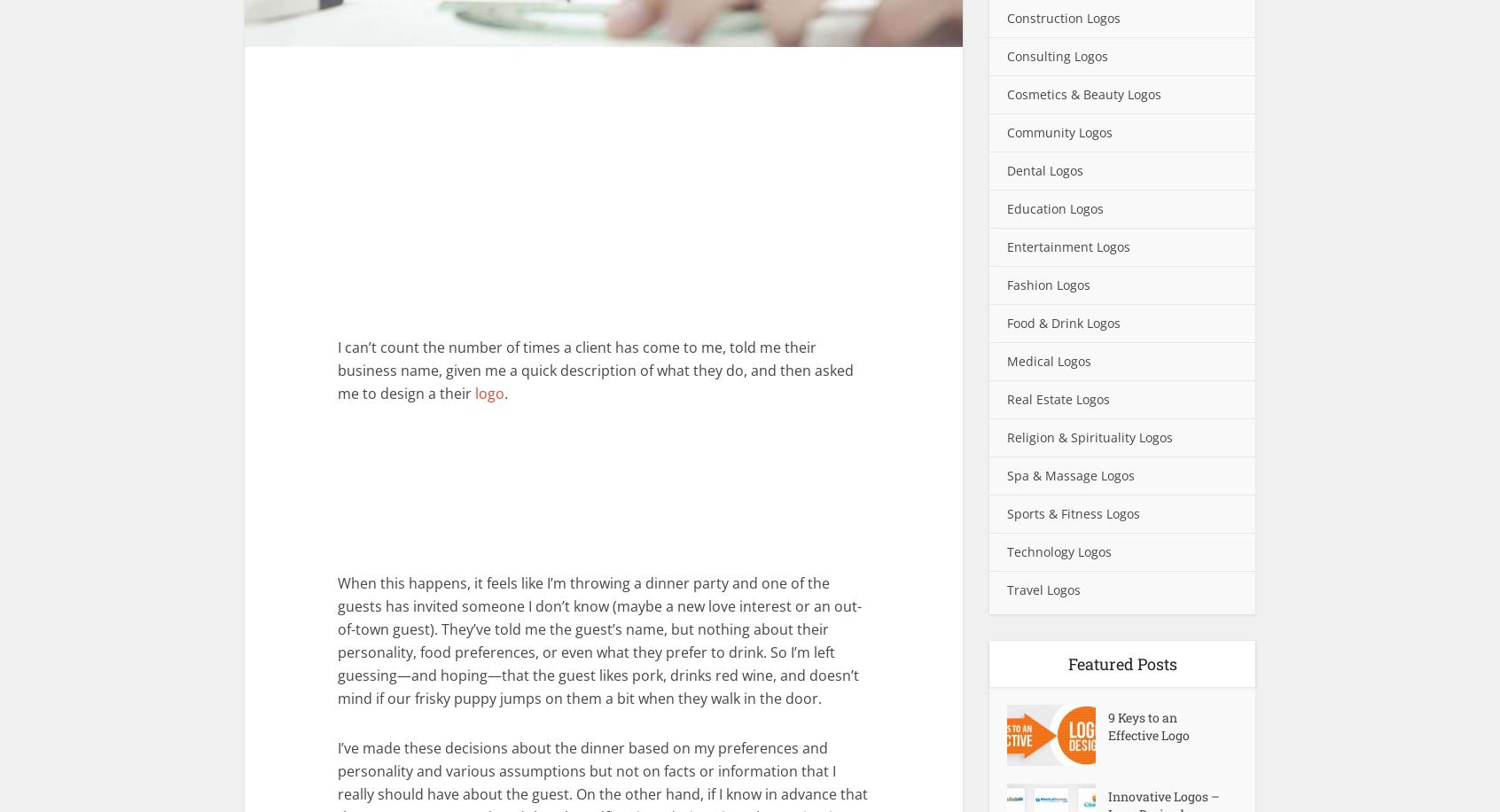 Image resolution: width=1500 pixels, height=812 pixels. Describe the element at coordinates (1073, 513) in the screenshot. I see `'Sports & Fitness Logos'` at that location.